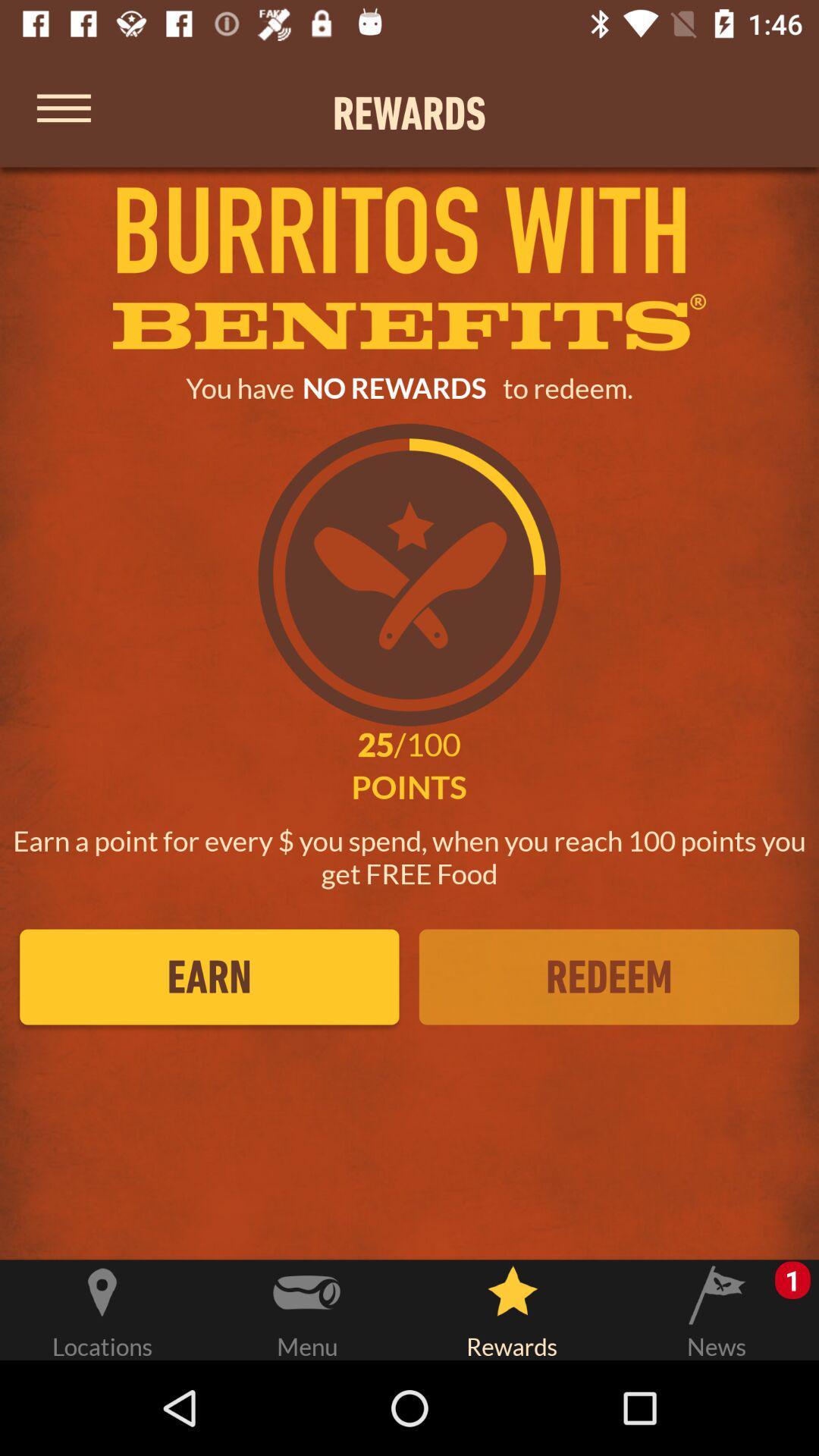 The image size is (819, 1456). What do you see at coordinates (63, 112) in the screenshot?
I see `menu options` at bounding box center [63, 112].